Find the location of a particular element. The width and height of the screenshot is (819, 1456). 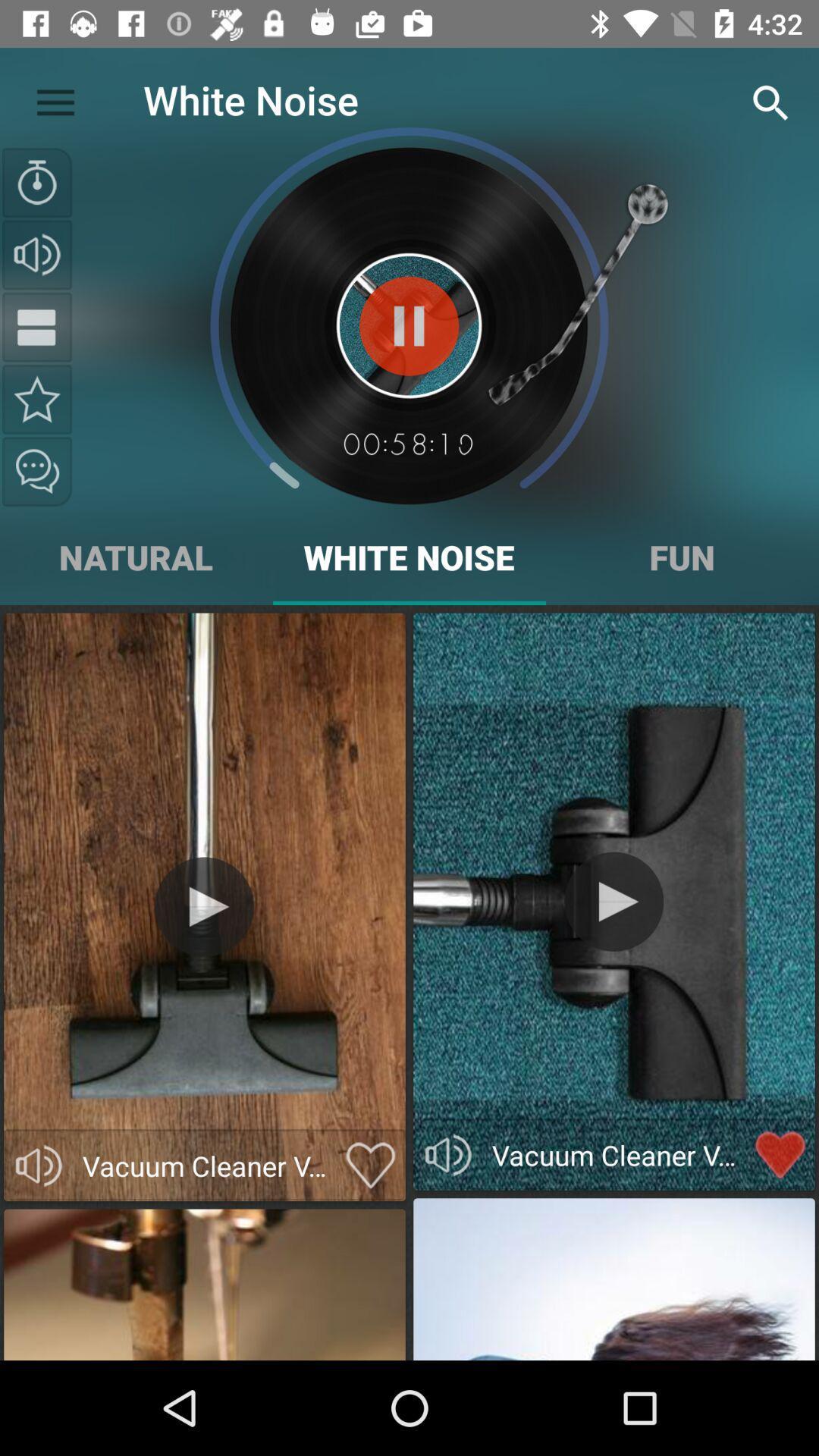

share the sound is located at coordinates (36, 471).